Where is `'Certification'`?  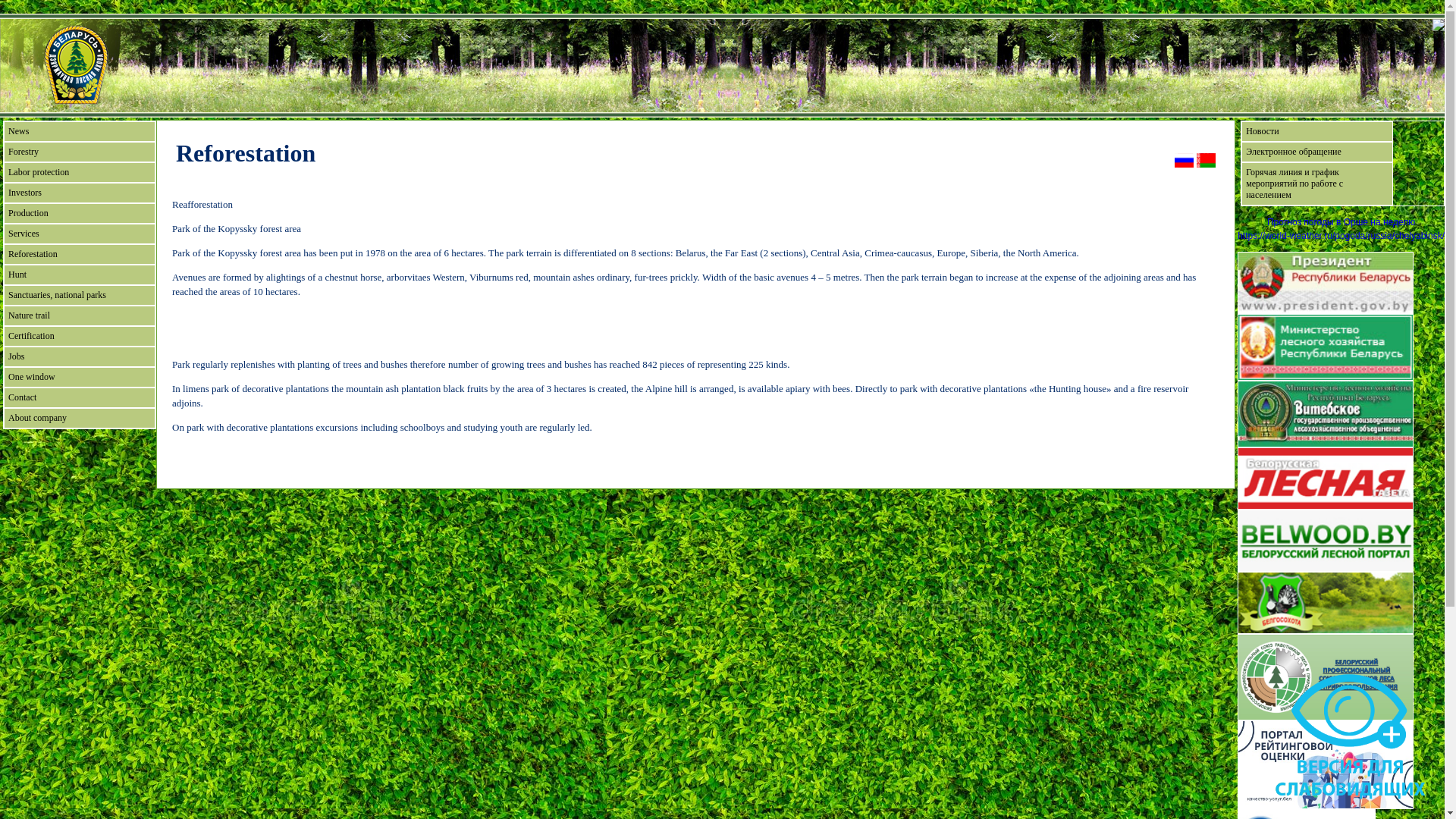
'Certification' is located at coordinates (79, 335).